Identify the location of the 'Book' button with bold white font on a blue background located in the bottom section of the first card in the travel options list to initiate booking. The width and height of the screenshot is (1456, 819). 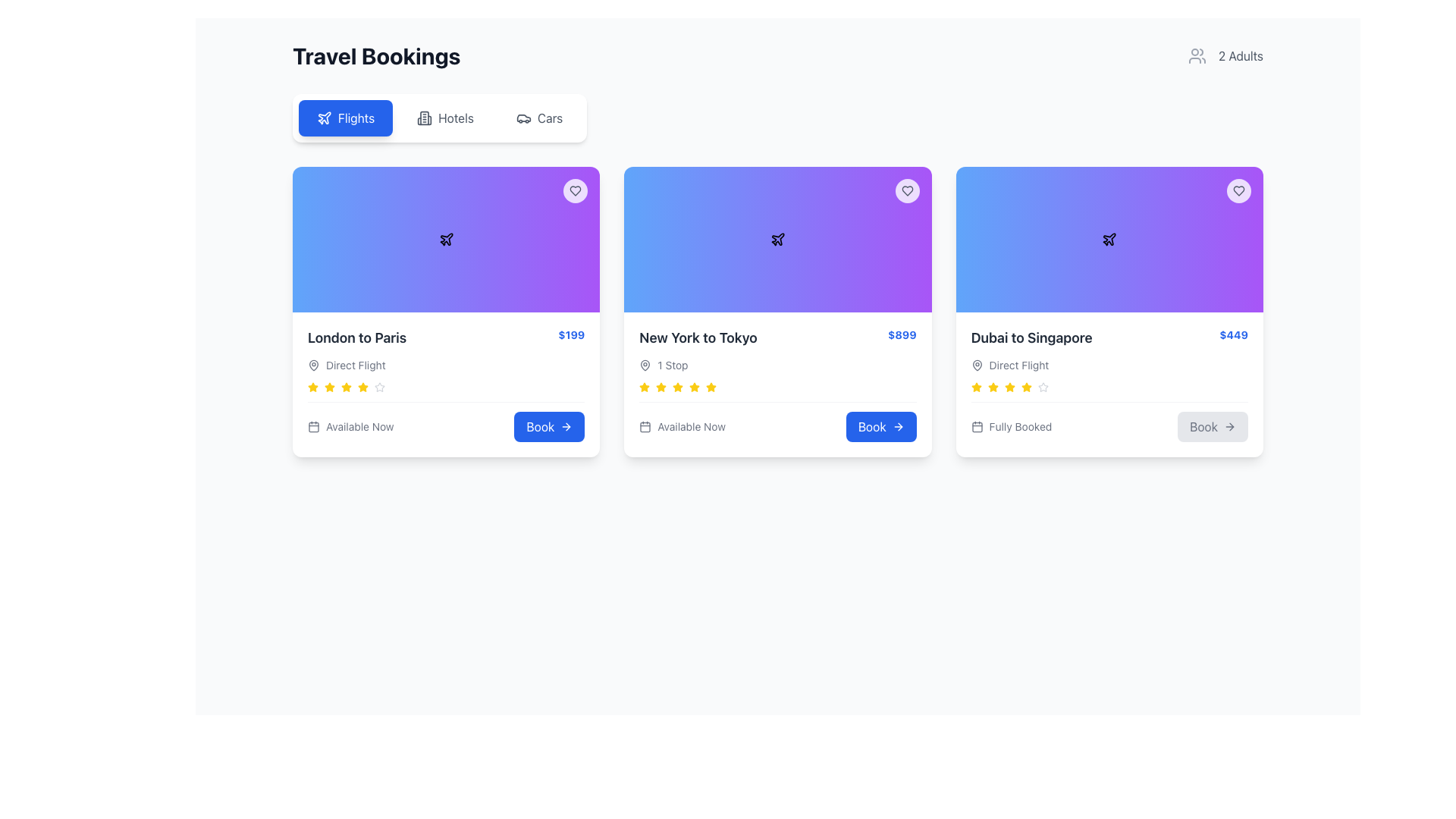
(540, 427).